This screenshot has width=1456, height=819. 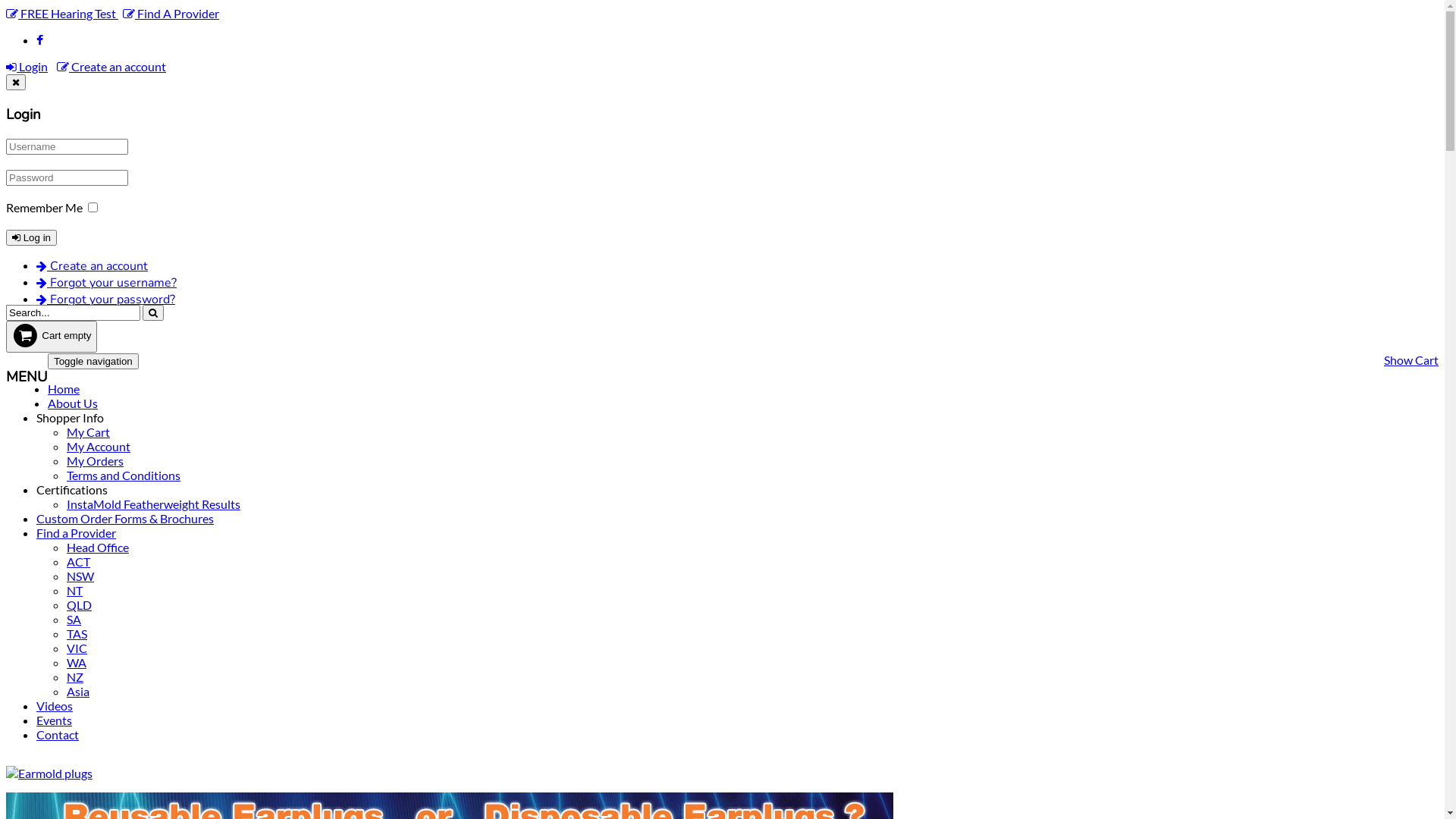 What do you see at coordinates (62, 388) in the screenshot?
I see `'Home'` at bounding box center [62, 388].